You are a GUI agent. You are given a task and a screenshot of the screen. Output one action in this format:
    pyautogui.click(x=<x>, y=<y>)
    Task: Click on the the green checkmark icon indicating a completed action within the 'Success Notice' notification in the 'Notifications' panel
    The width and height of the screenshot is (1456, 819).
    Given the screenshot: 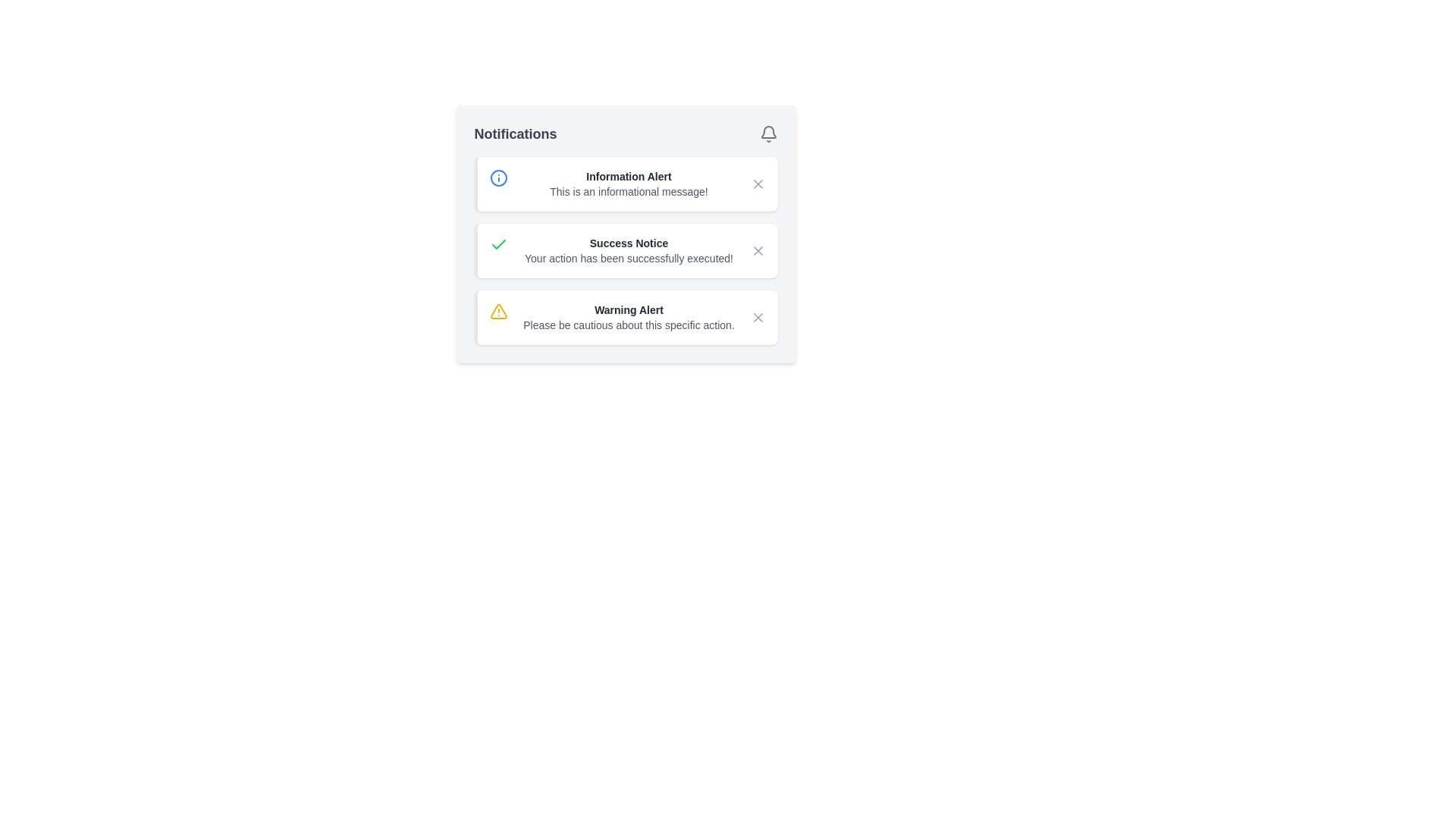 What is the action you would take?
    pyautogui.click(x=498, y=243)
    